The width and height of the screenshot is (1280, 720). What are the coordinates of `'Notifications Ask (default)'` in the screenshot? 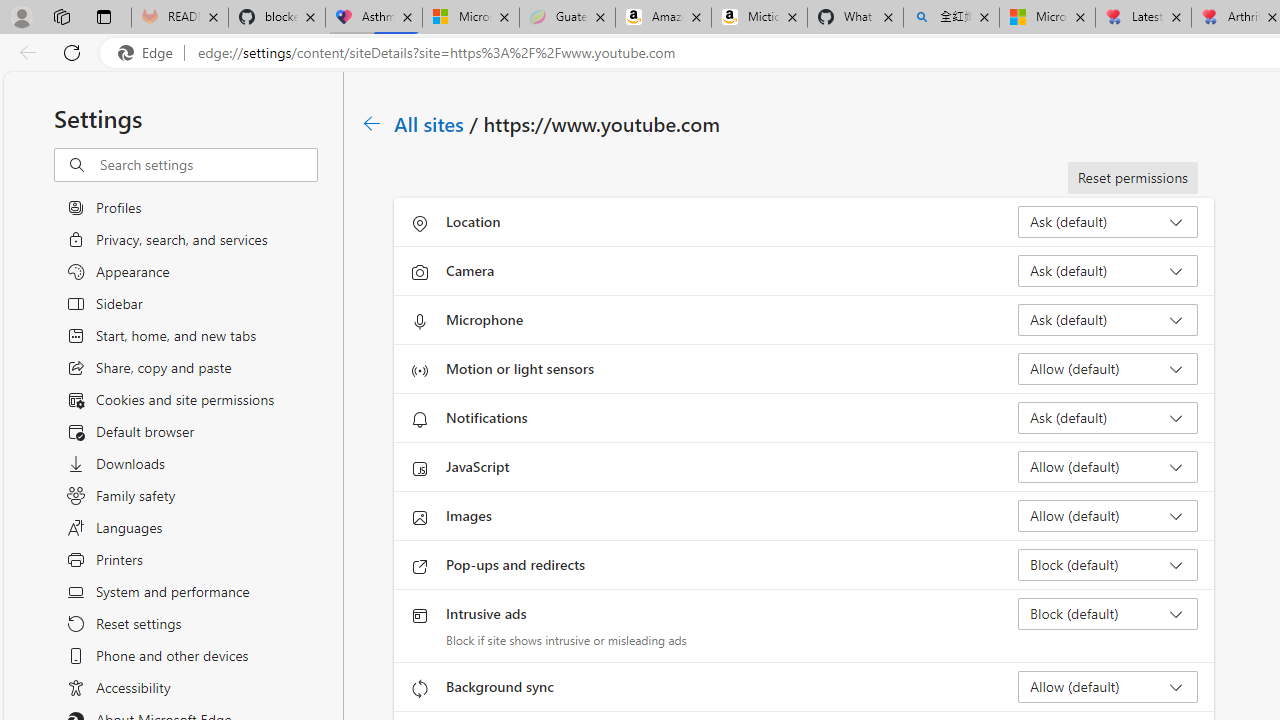 It's located at (1106, 416).